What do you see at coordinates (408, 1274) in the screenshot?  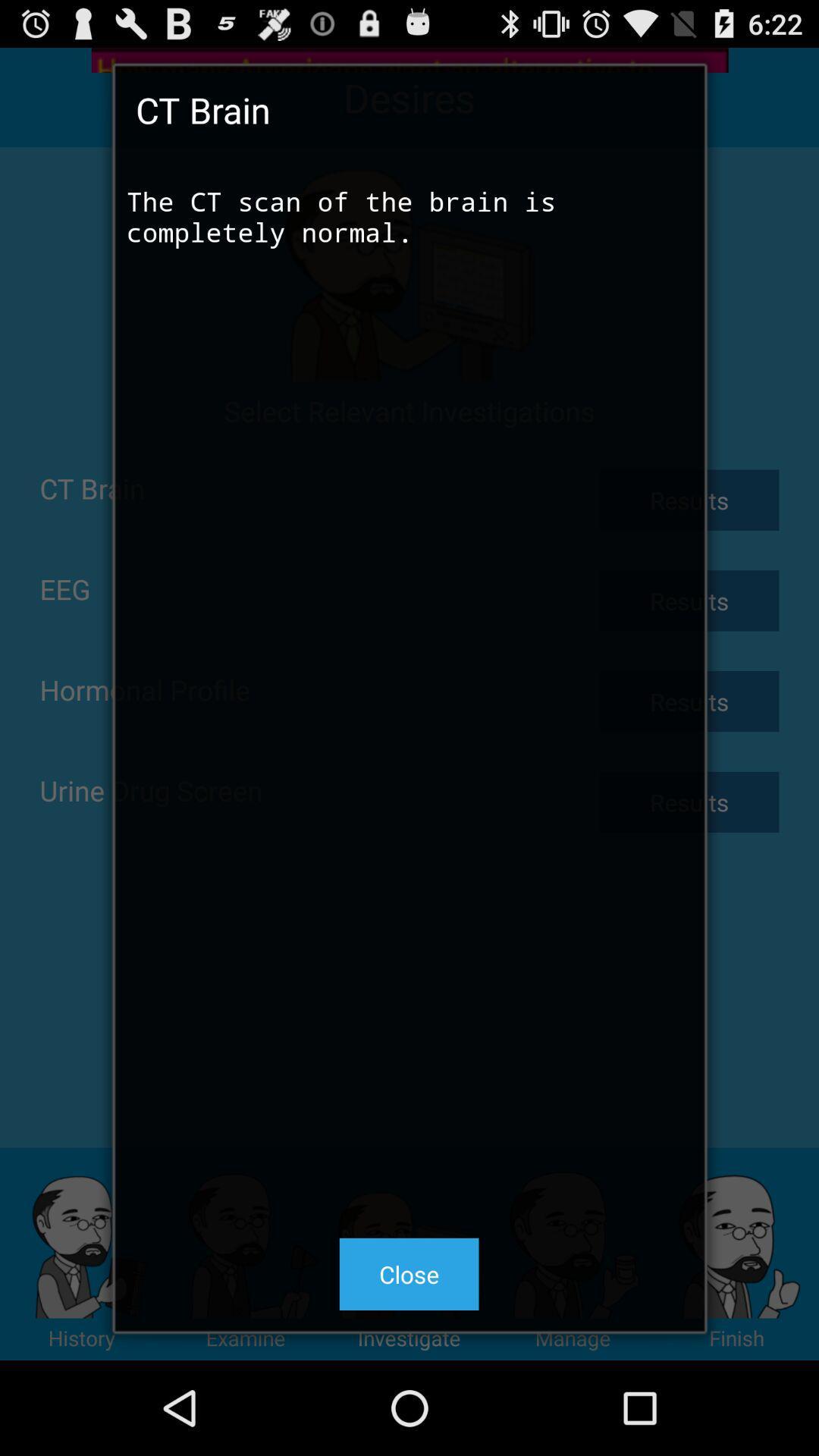 I see `the icon at the bottom` at bounding box center [408, 1274].